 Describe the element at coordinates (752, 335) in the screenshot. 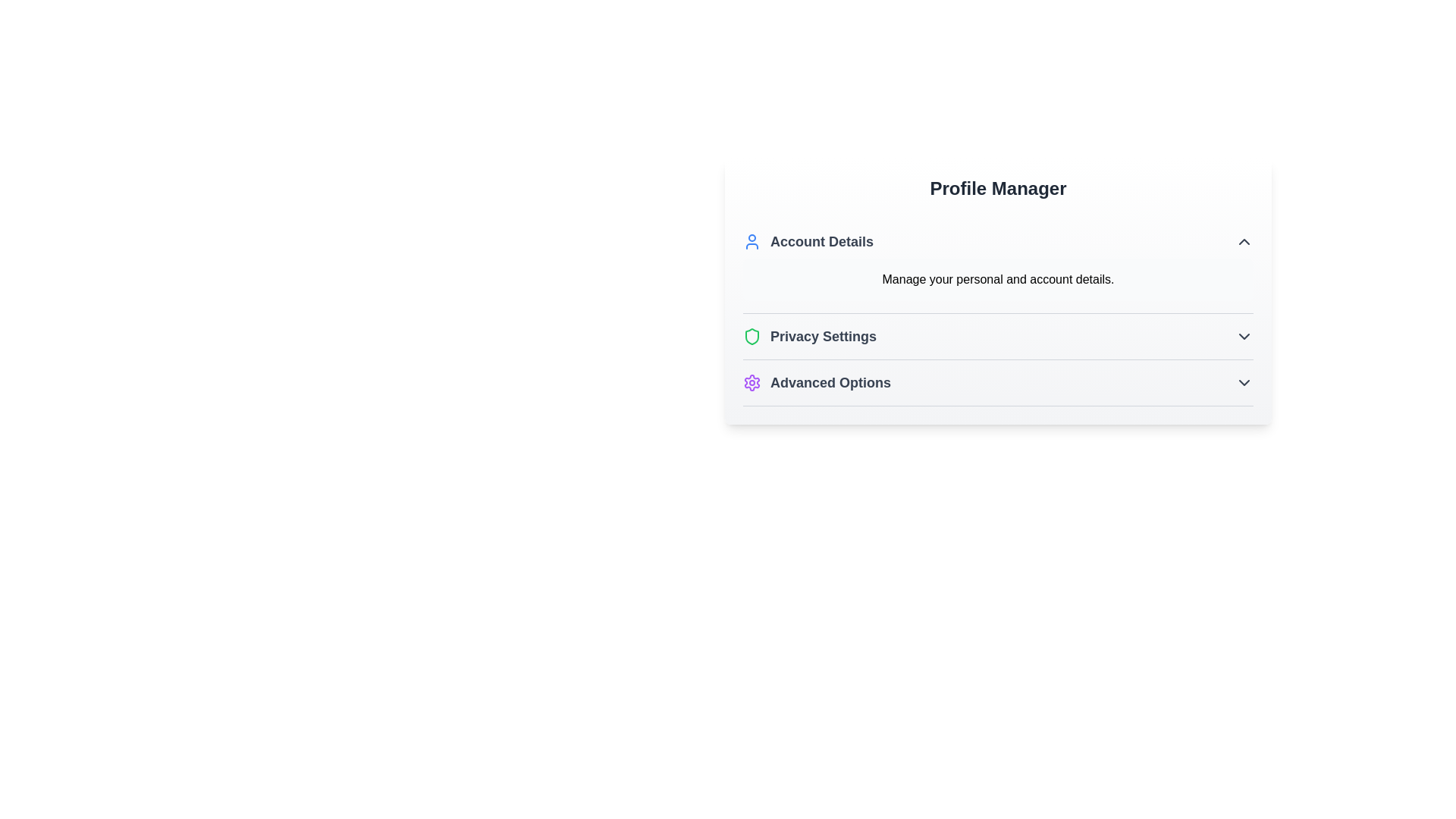

I see `the shield-shaped icon with a green border located next to 'Privacy Settings' under the 'Profile Manager' title` at that location.